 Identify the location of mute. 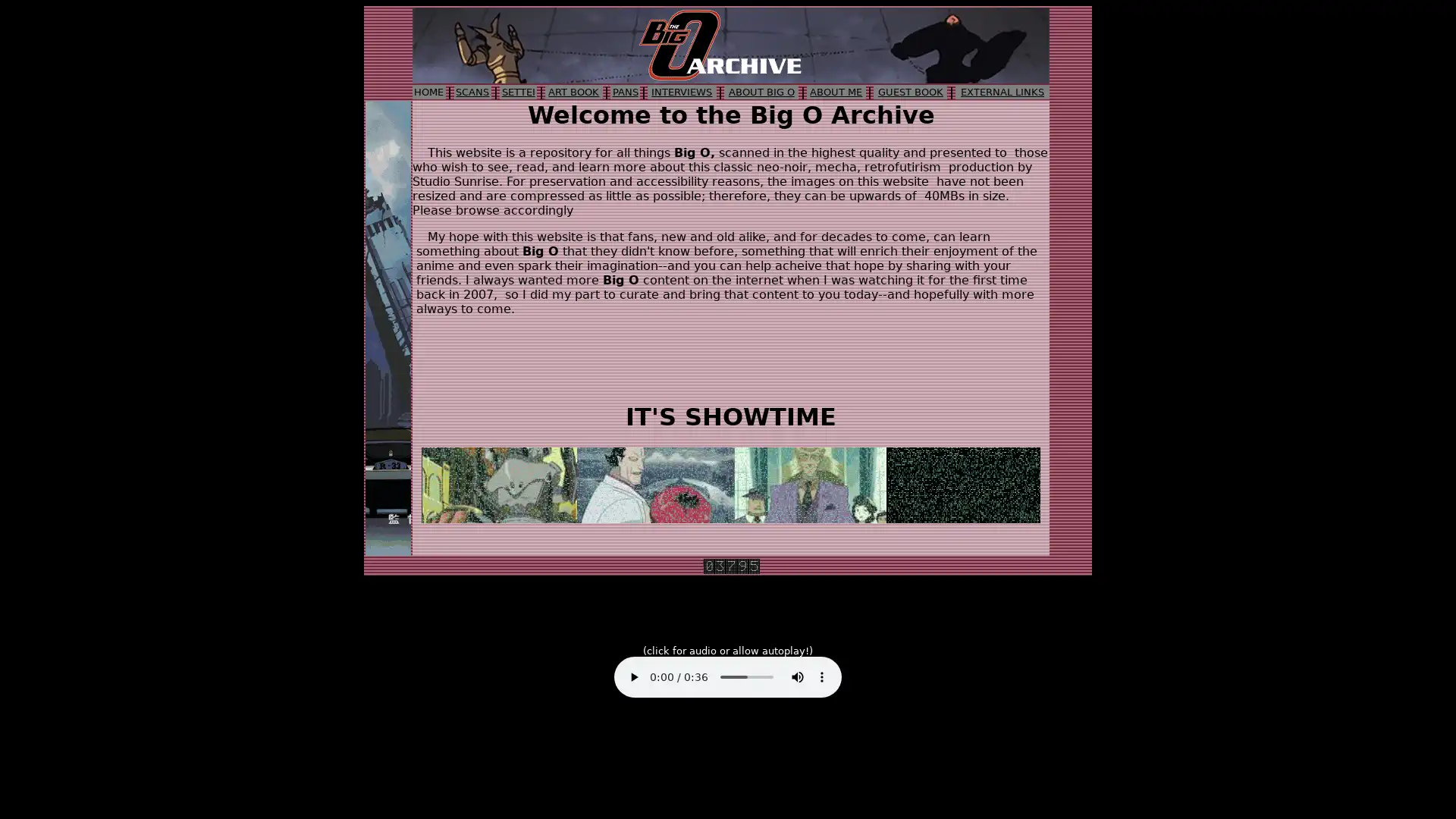
(796, 676).